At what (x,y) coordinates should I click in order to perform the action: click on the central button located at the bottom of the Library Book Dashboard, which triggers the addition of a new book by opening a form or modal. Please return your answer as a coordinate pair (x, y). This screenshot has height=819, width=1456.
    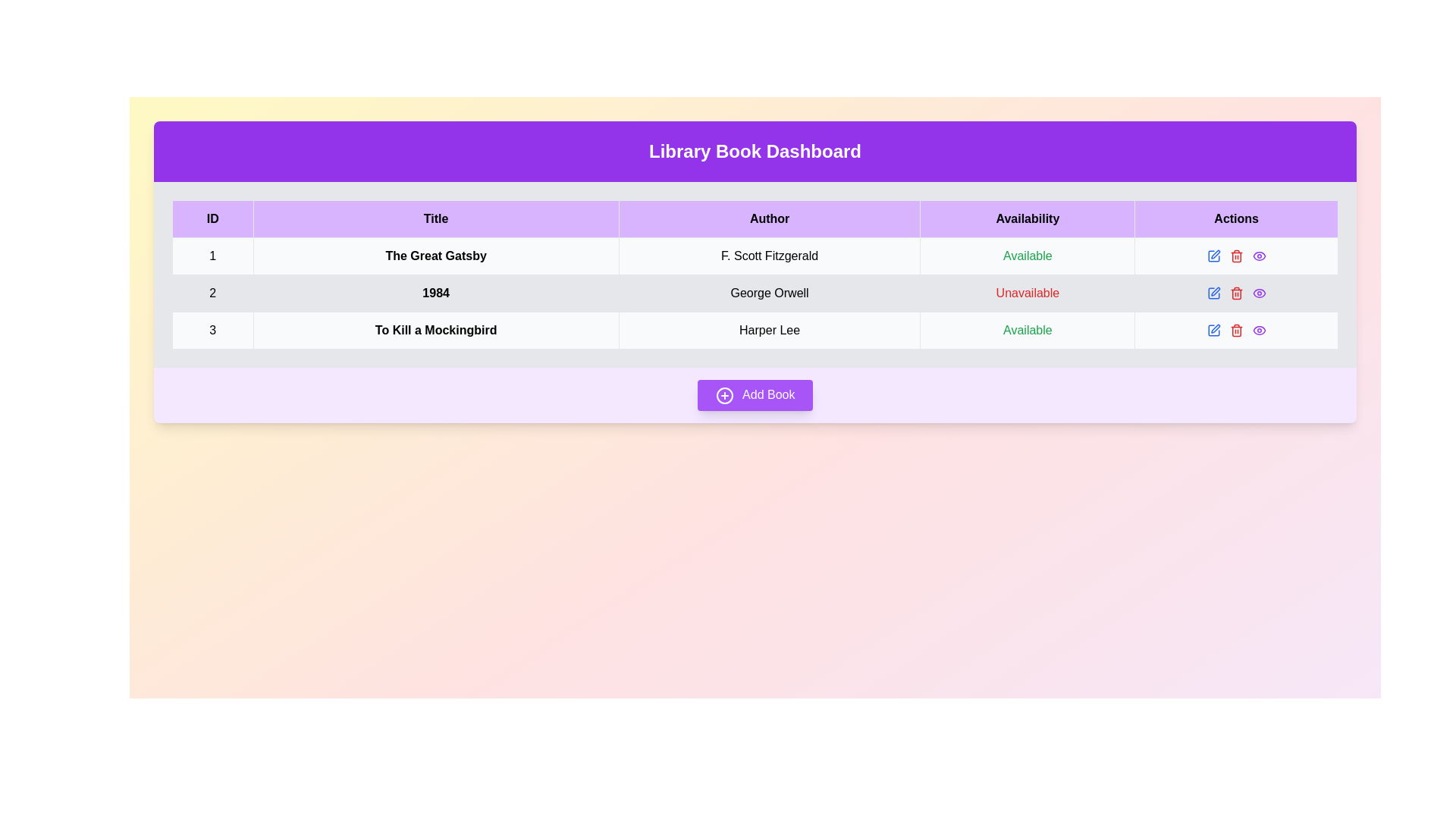
    Looking at the image, I should click on (755, 394).